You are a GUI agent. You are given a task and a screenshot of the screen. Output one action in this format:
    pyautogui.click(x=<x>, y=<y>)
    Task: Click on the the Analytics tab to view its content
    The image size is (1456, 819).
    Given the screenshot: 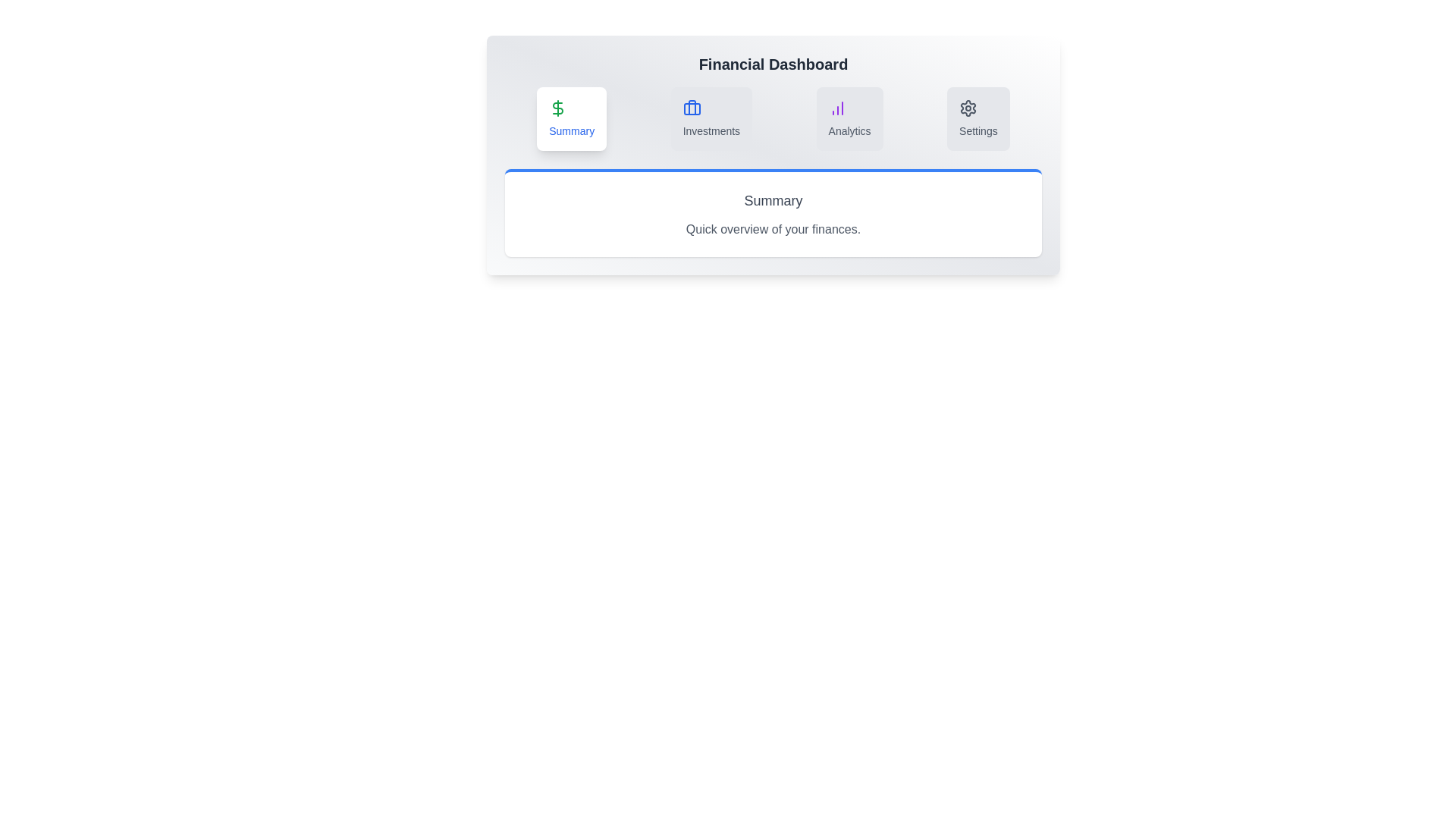 What is the action you would take?
    pyautogui.click(x=848, y=118)
    